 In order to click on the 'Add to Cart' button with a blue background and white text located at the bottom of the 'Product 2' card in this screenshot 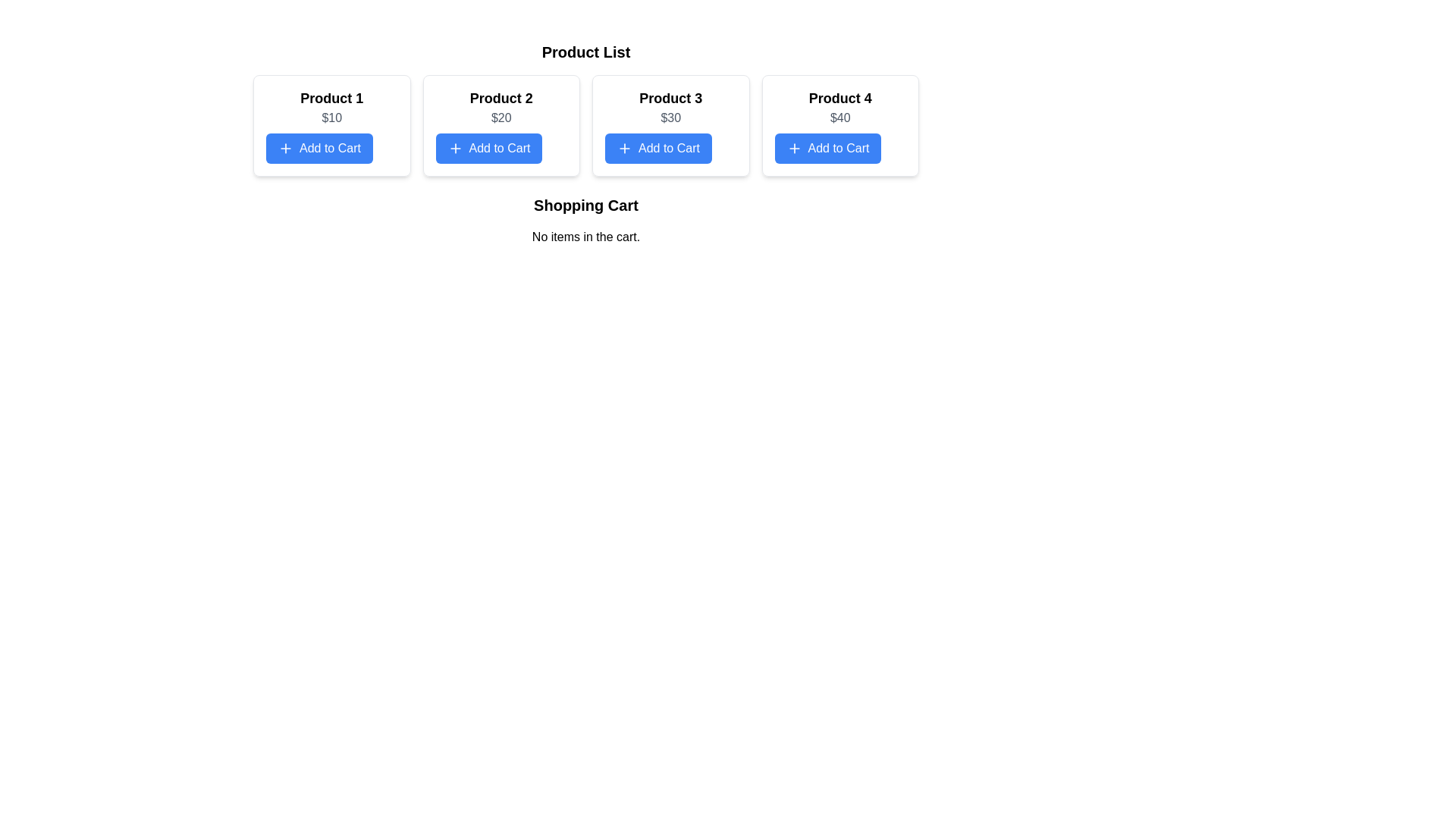, I will do `click(488, 149)`.